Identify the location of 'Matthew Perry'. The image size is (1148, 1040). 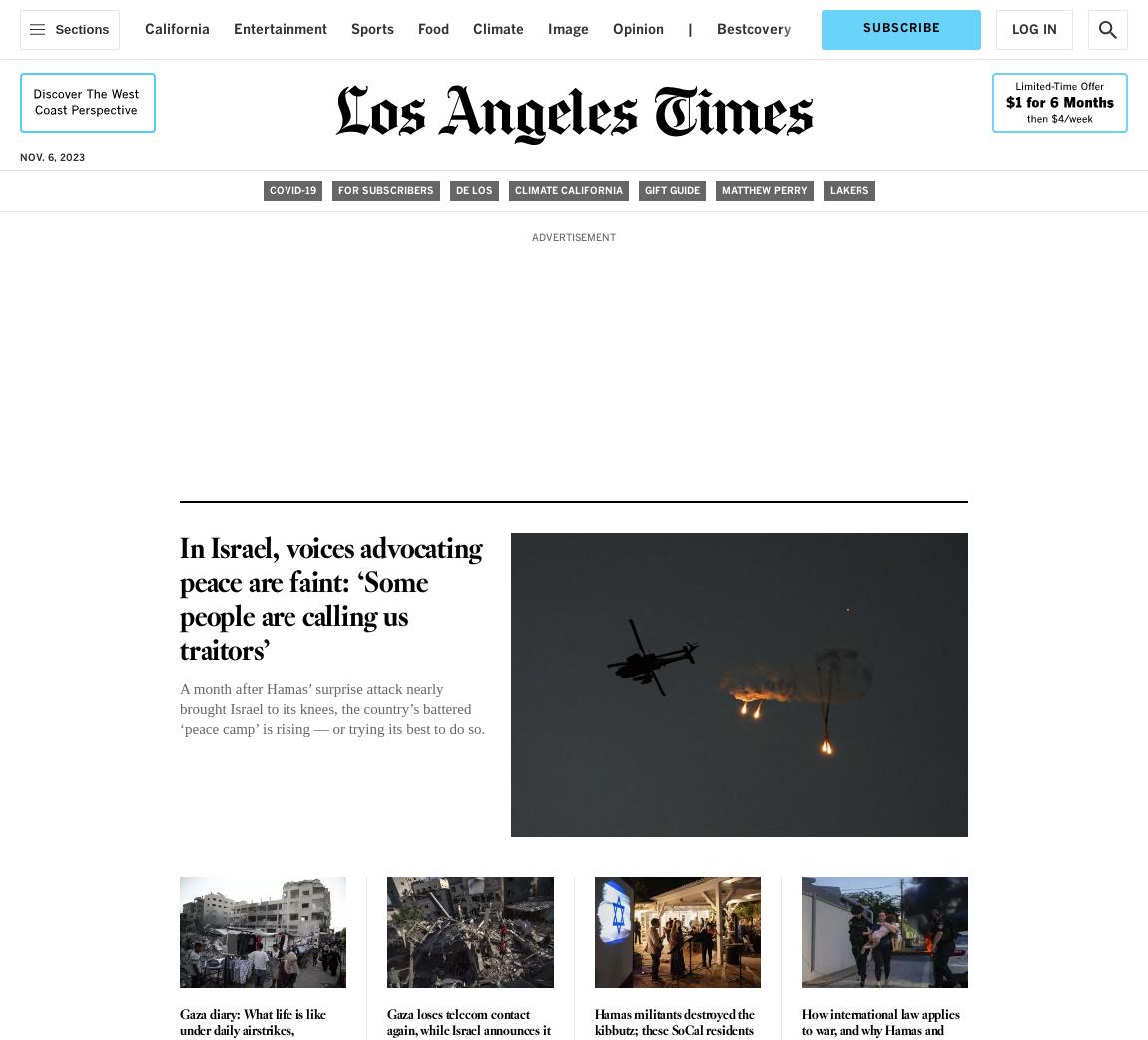
(719, 189).